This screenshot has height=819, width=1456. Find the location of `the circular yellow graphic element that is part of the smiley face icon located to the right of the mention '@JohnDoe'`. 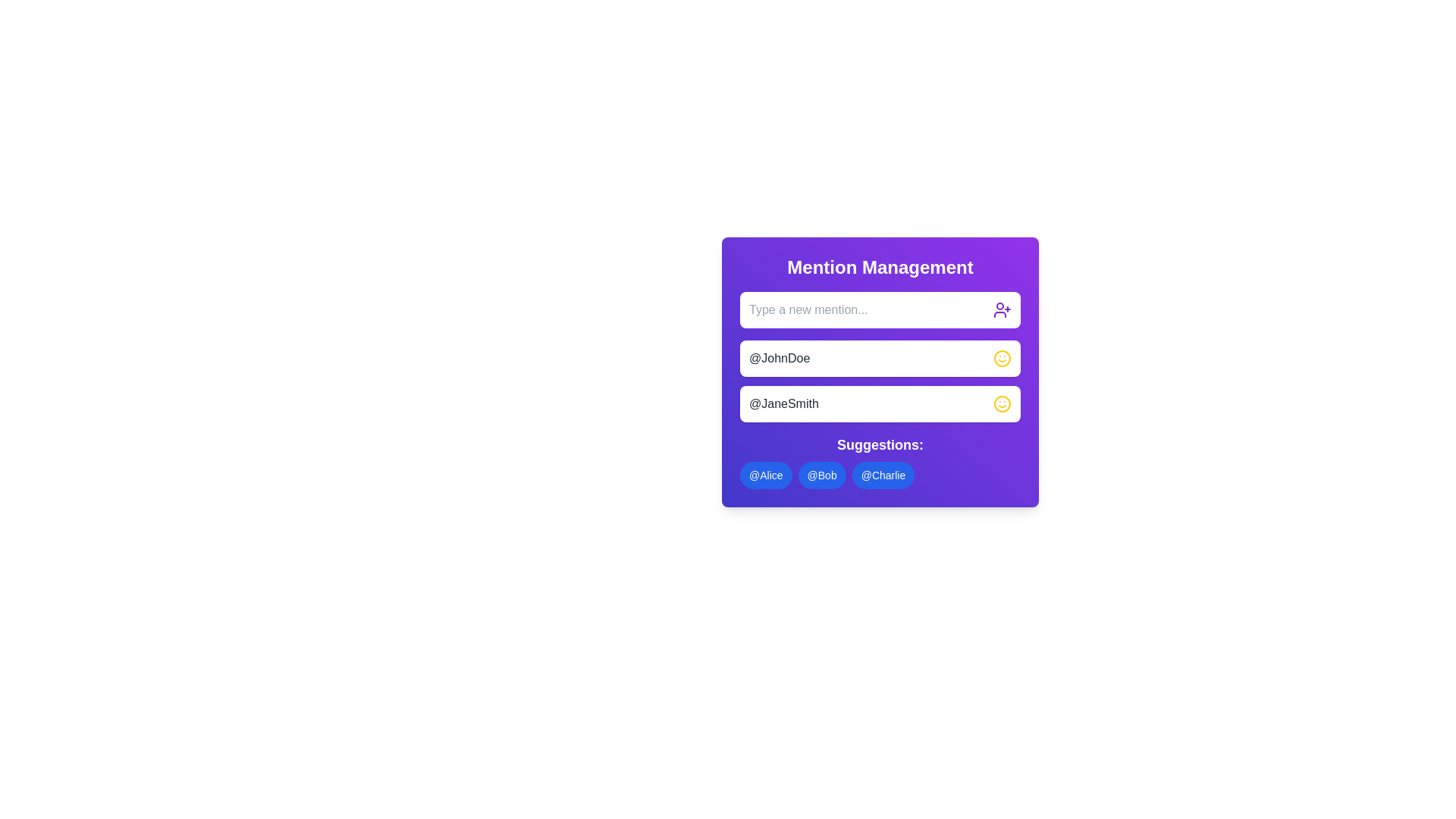

the circular yellow graphic element that is part of the smiley face icon located to the right of the mention '@JohnDoe' is located at coordinates (1002, 403).